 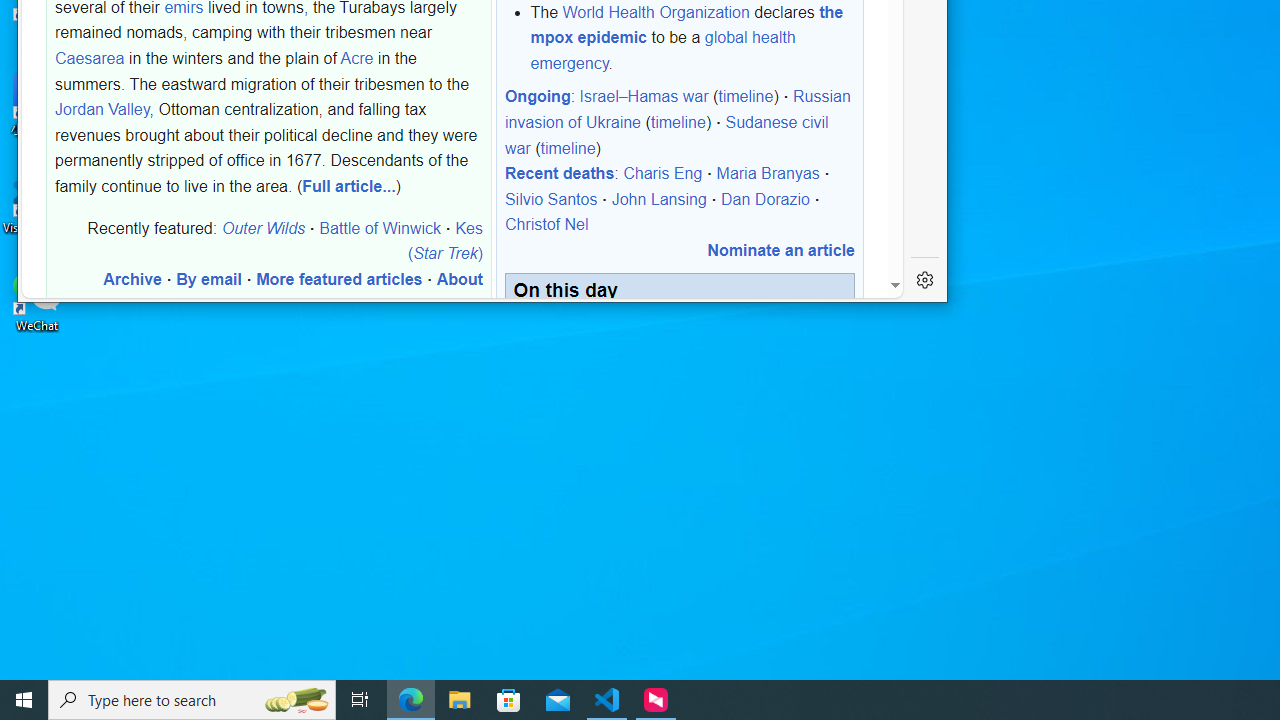 I want to click on 'About', so click(x=458, y=279).